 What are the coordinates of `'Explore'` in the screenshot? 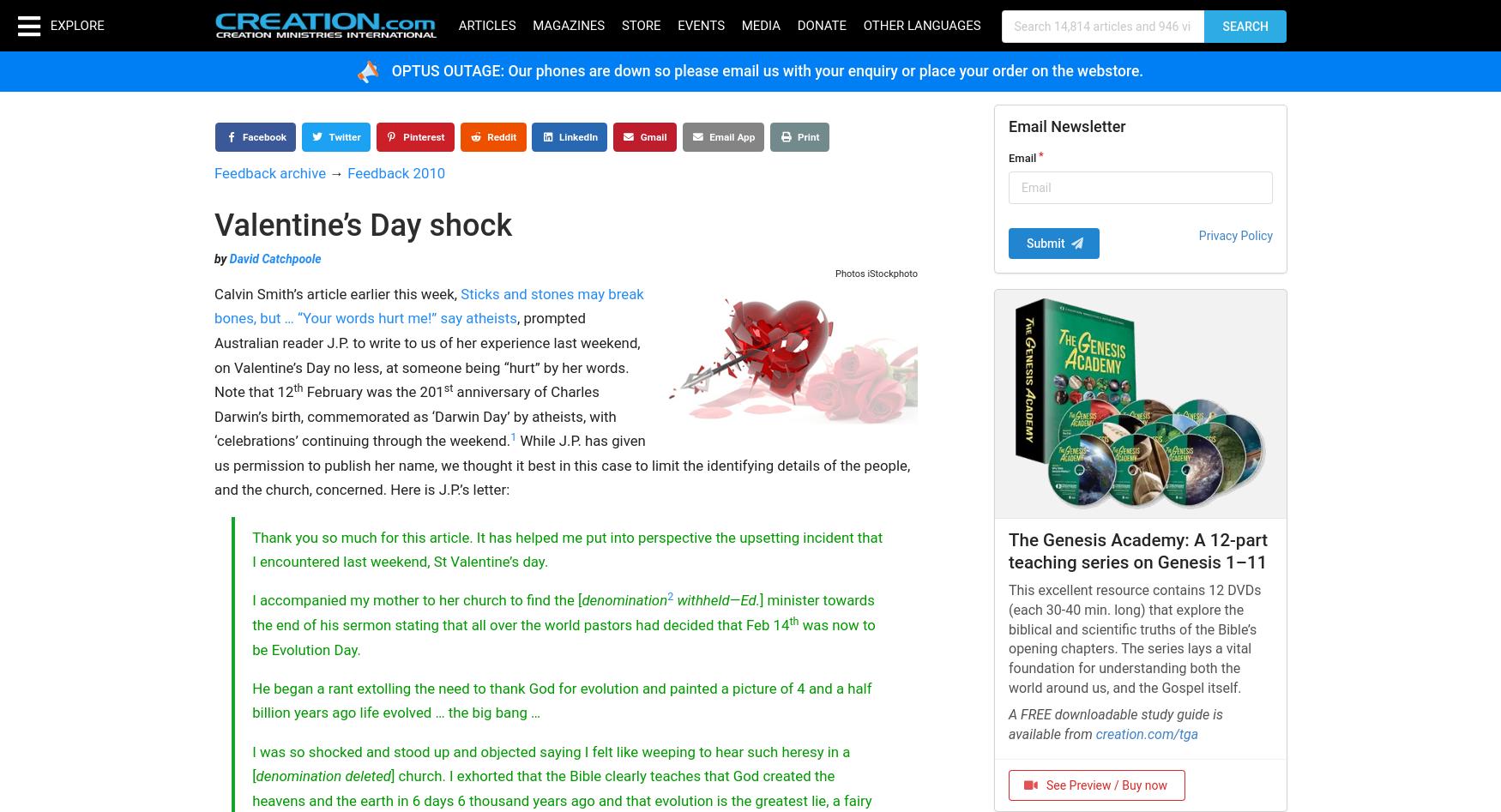 It's located at (48, 24).